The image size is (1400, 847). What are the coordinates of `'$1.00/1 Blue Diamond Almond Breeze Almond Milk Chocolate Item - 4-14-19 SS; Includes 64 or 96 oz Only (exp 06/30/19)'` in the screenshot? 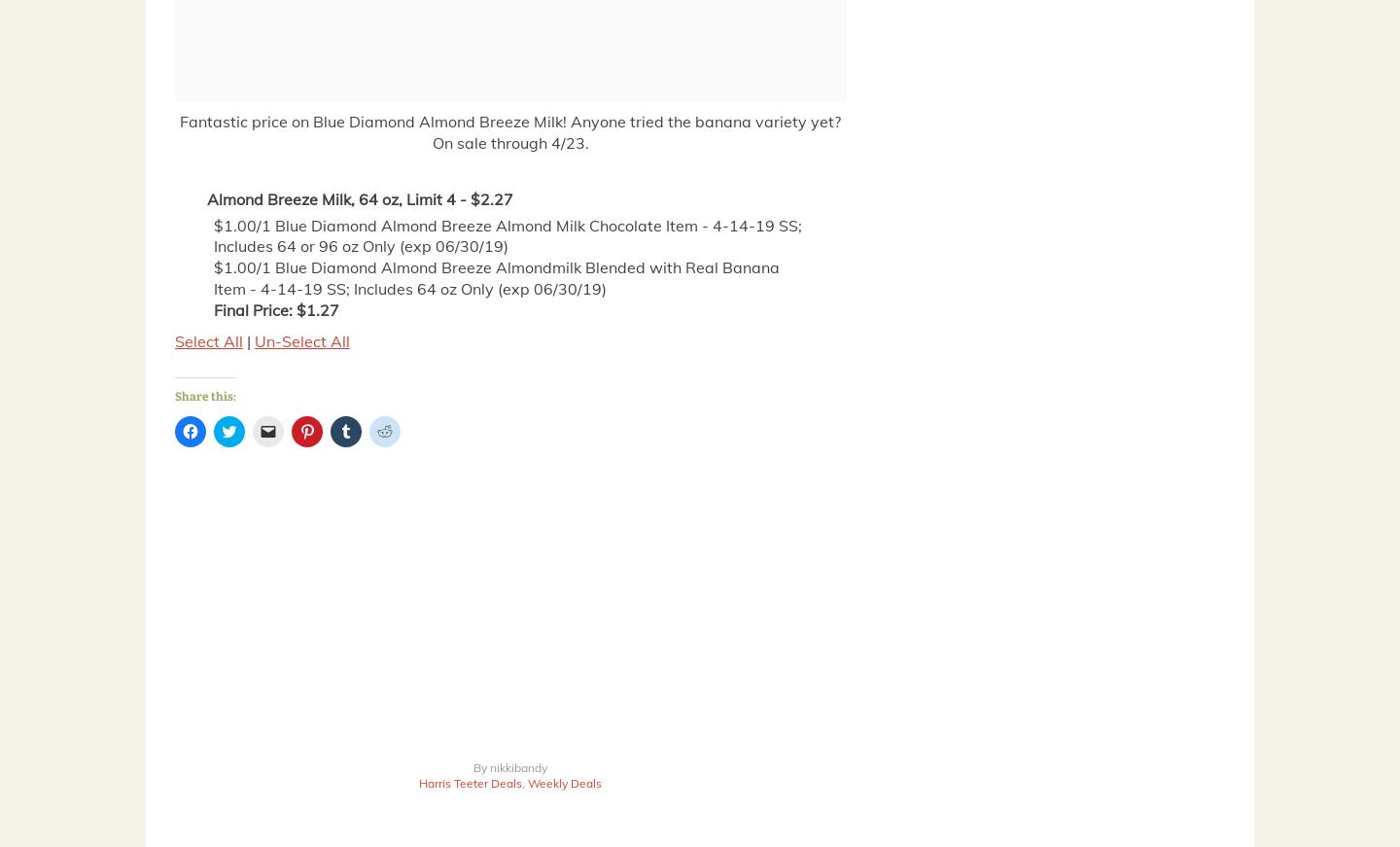 It's located at (214, 234).